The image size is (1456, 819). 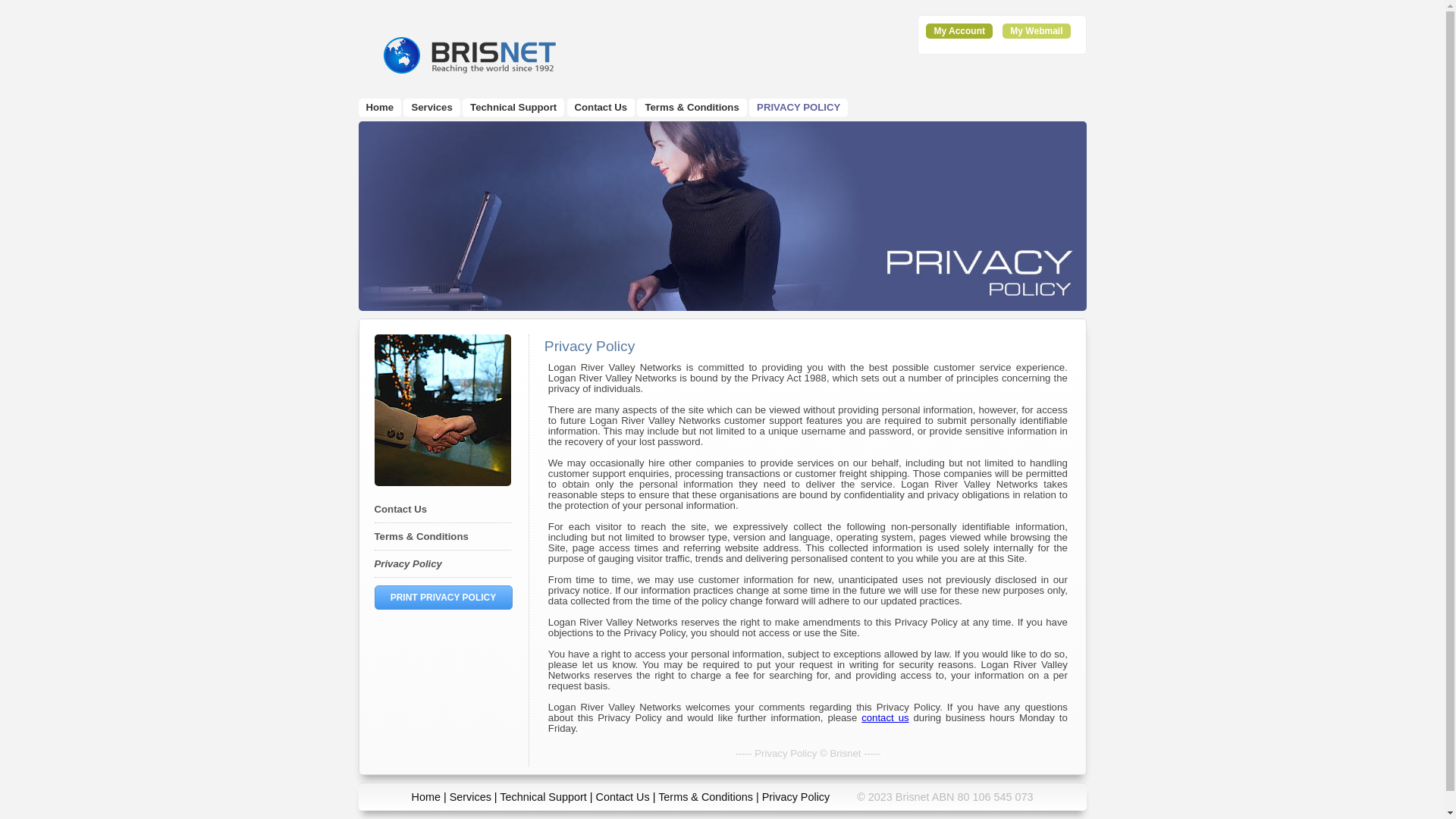 I want to click on 'My Webmail', so click(x=1035, y=31).